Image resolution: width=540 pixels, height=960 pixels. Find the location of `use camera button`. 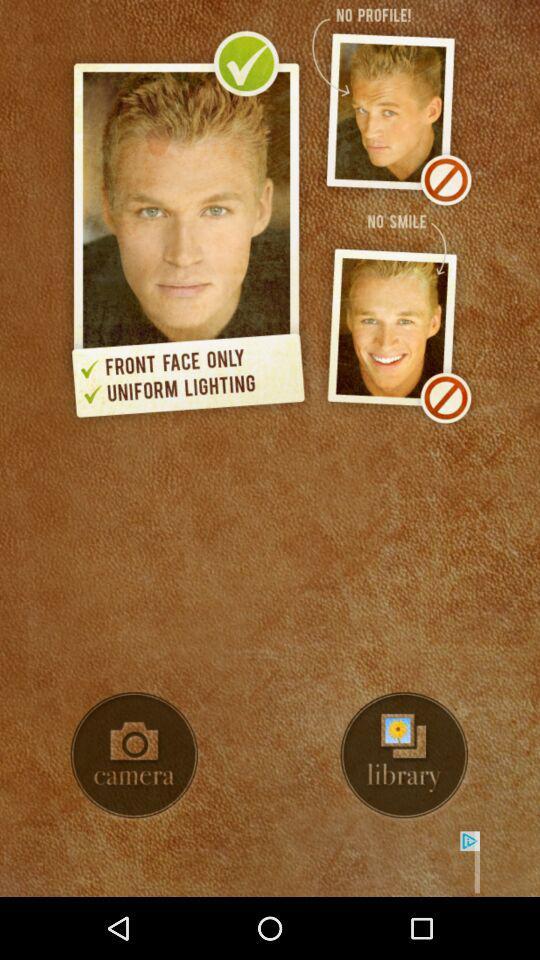

use camera button is located at coordinates (135, 754).